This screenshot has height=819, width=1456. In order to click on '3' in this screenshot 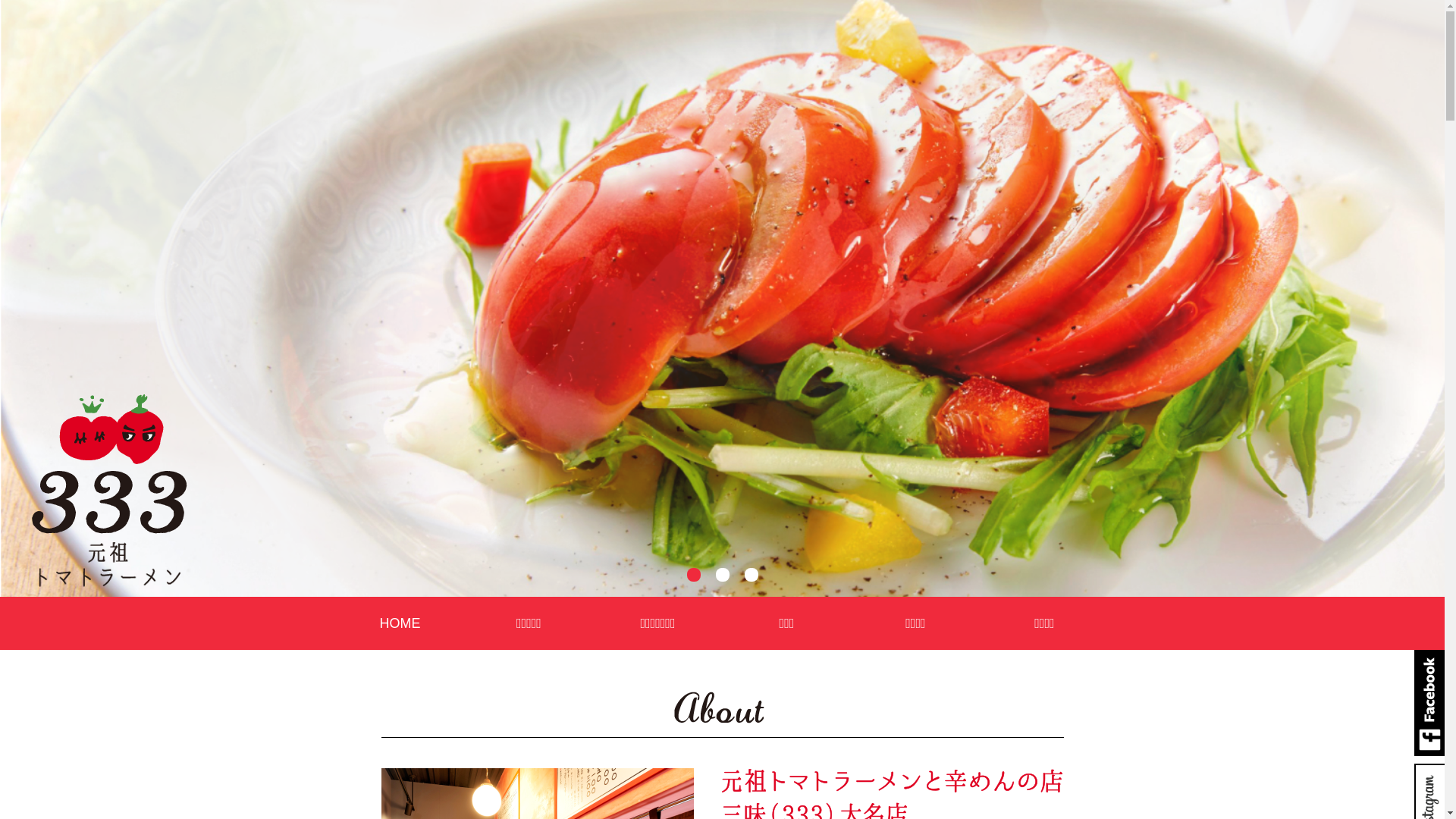, I will do `click(751, 575)`.